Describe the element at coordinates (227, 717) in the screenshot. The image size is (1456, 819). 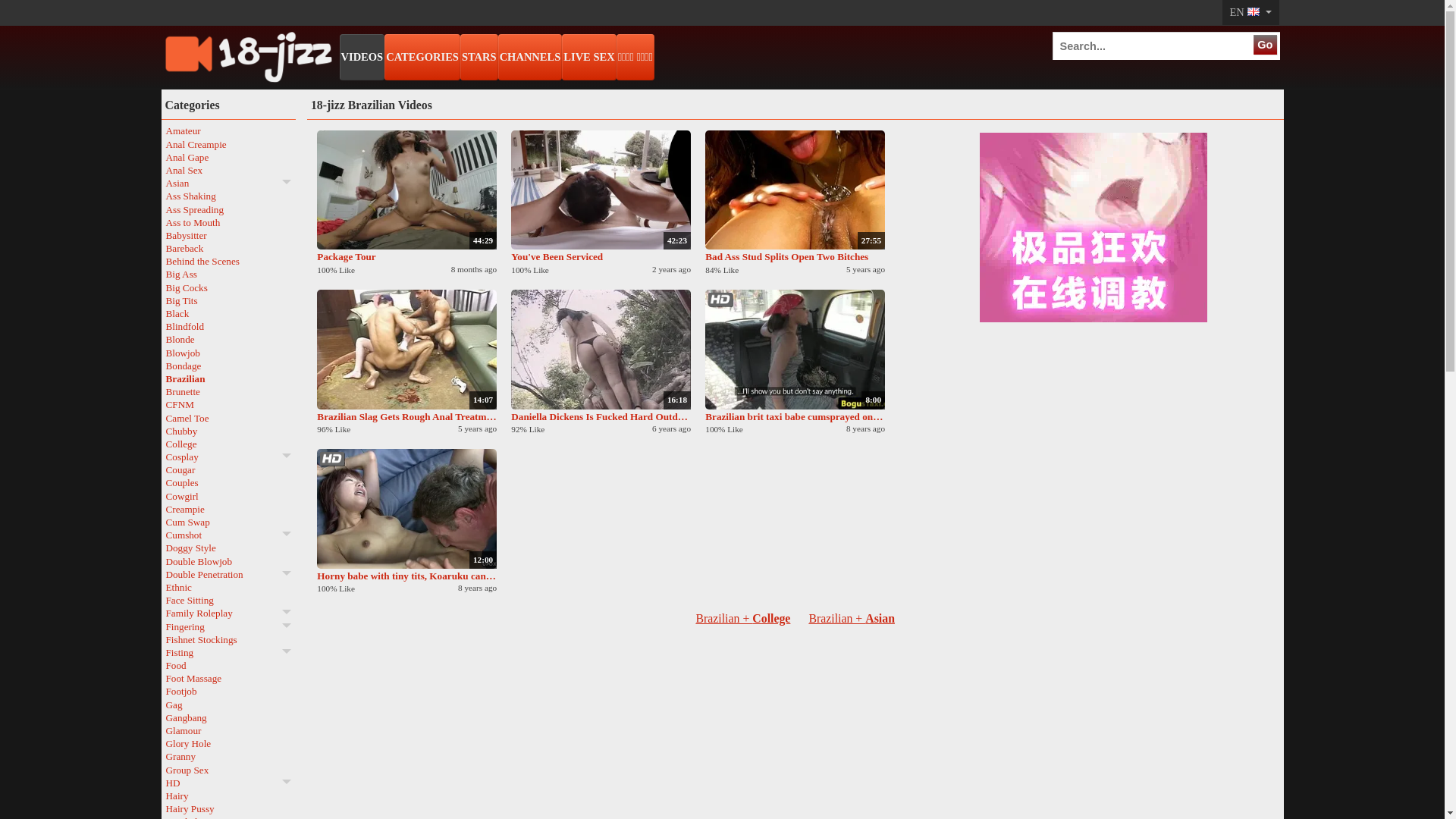
I see `'Gangbang'` at that location.